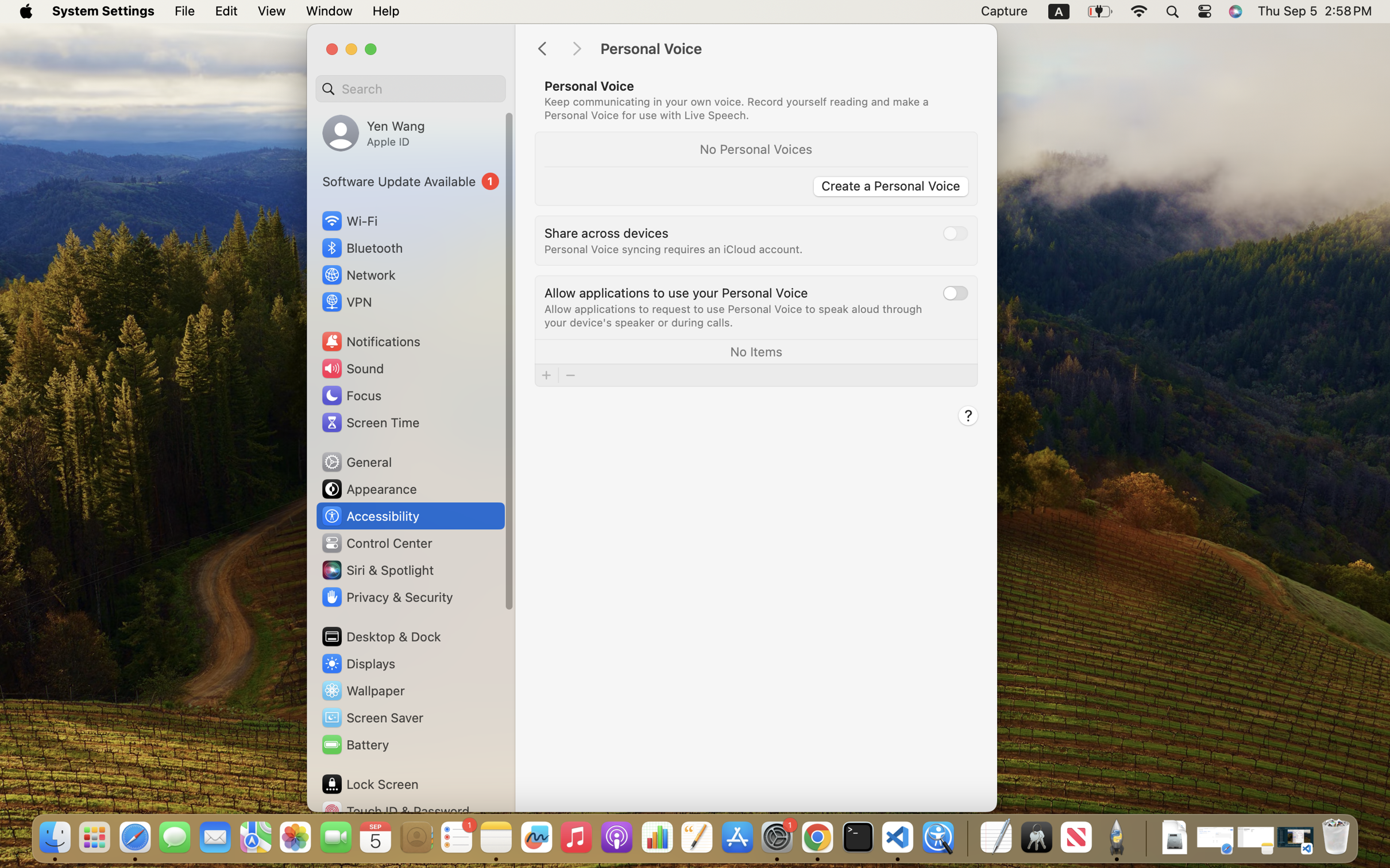  Describe the element at coordinates (376, 543) in the screenshot. I see `'Control Center'` at that location.